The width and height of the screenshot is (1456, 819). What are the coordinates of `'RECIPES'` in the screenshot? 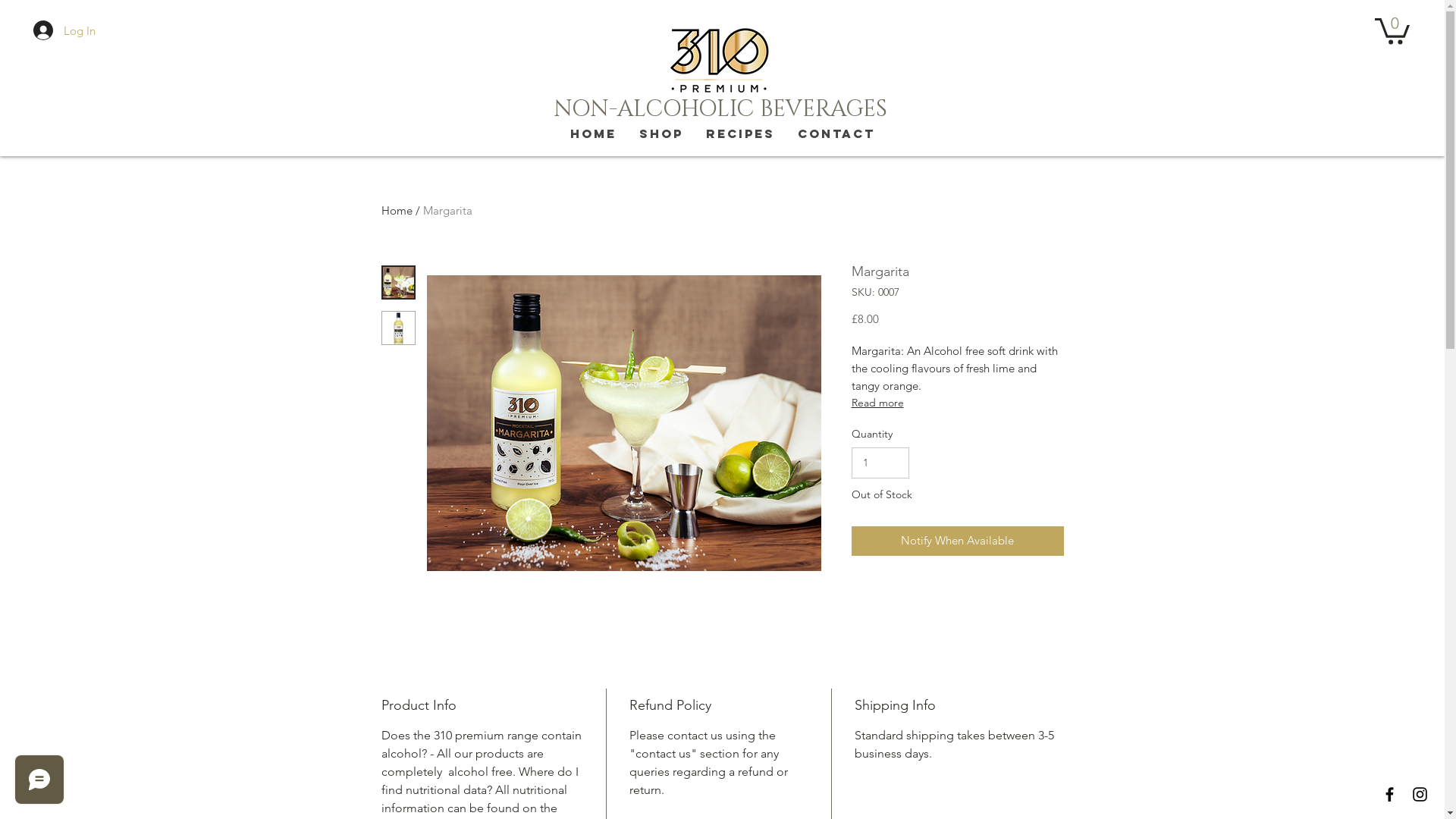 It's located at (694, 133).